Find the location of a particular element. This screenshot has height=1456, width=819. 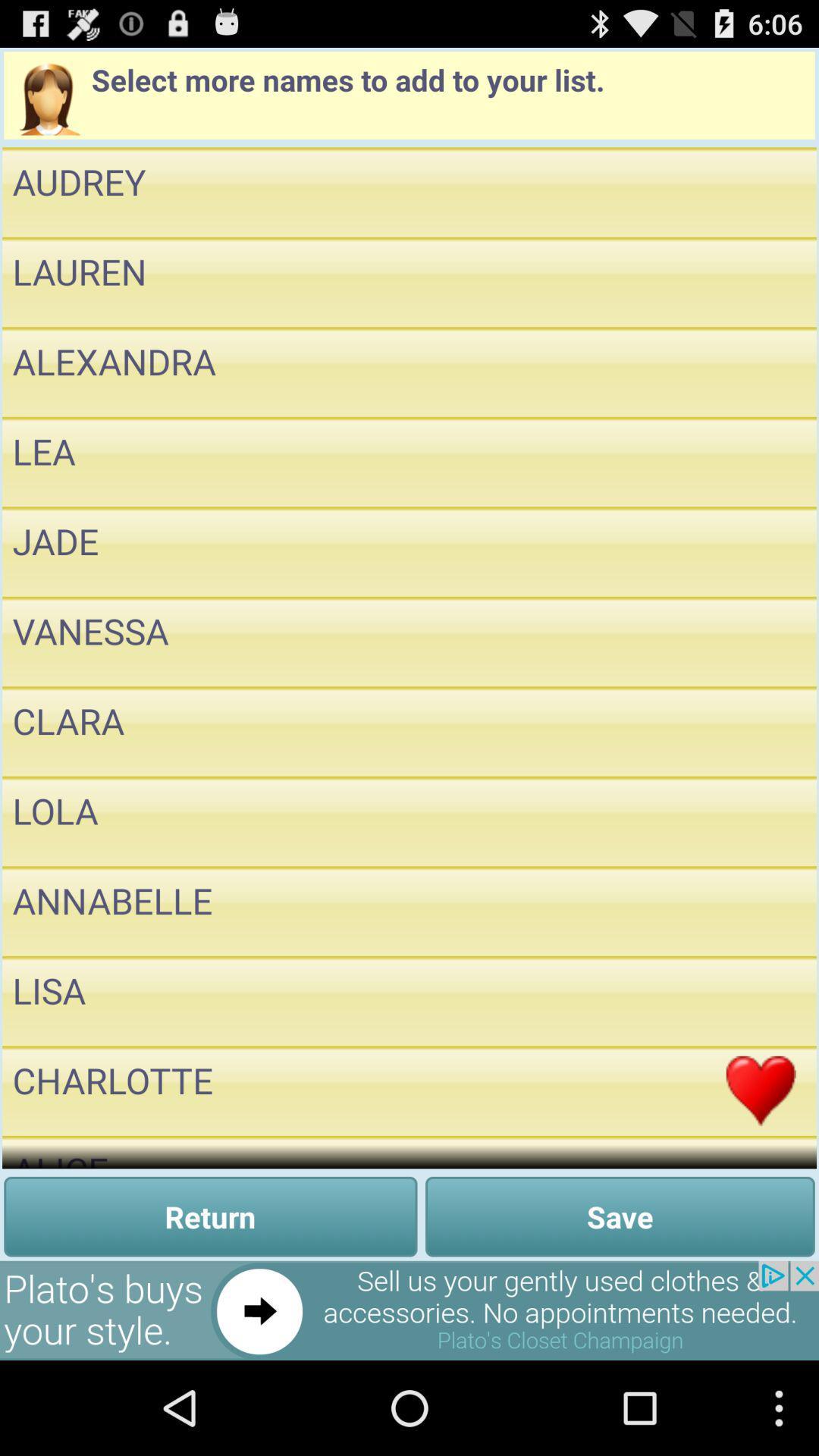

to favorites is located at coordinates (761, 821).